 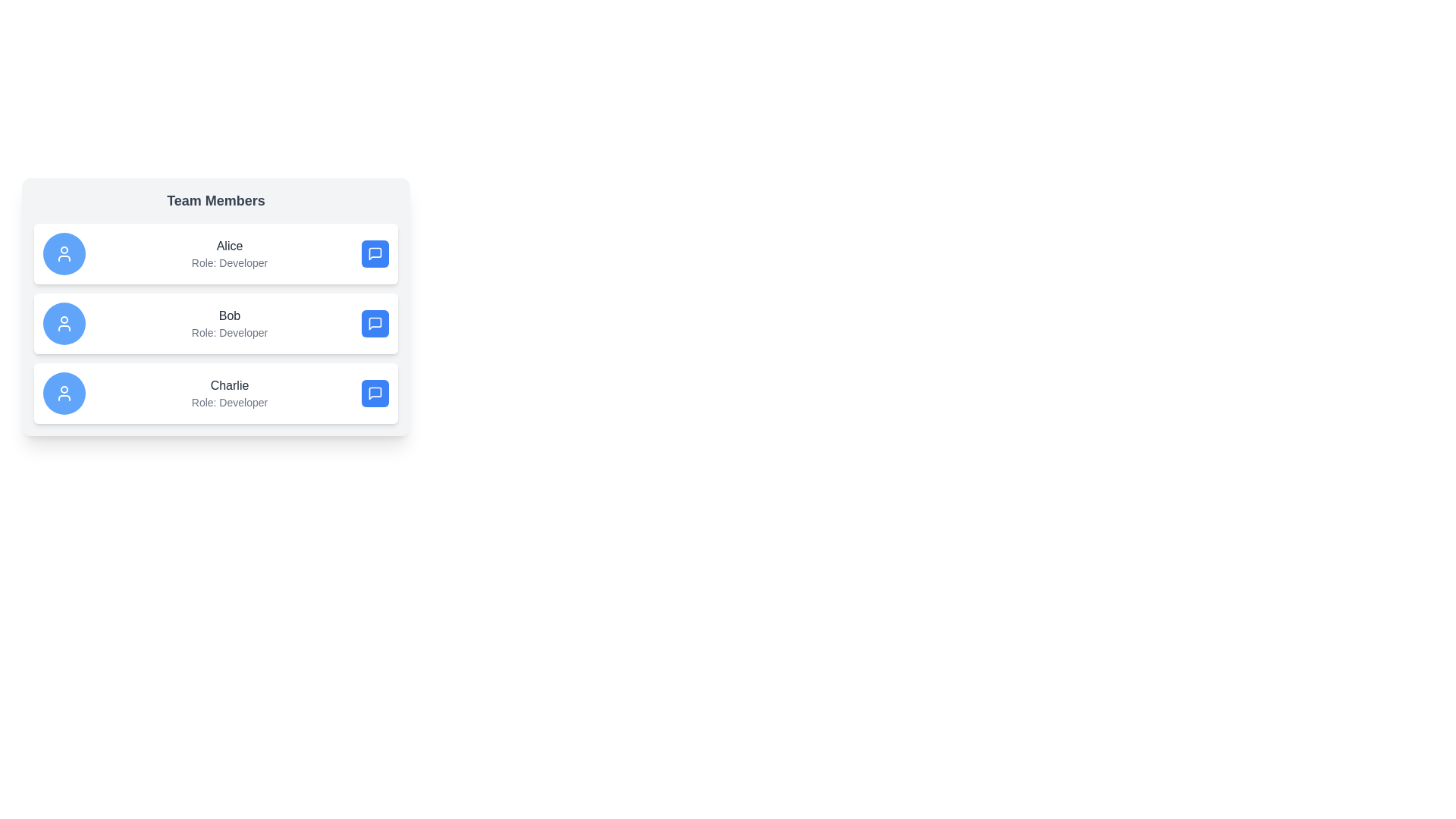 What do you see at coordinates (64, 253) in the screenshot?
I see `the user avatar icon within the circular blue background, which is the topmost avatar in the 'Team Members' list, located to the left of the 'Alice' entry` at bounding box center [64, 253].